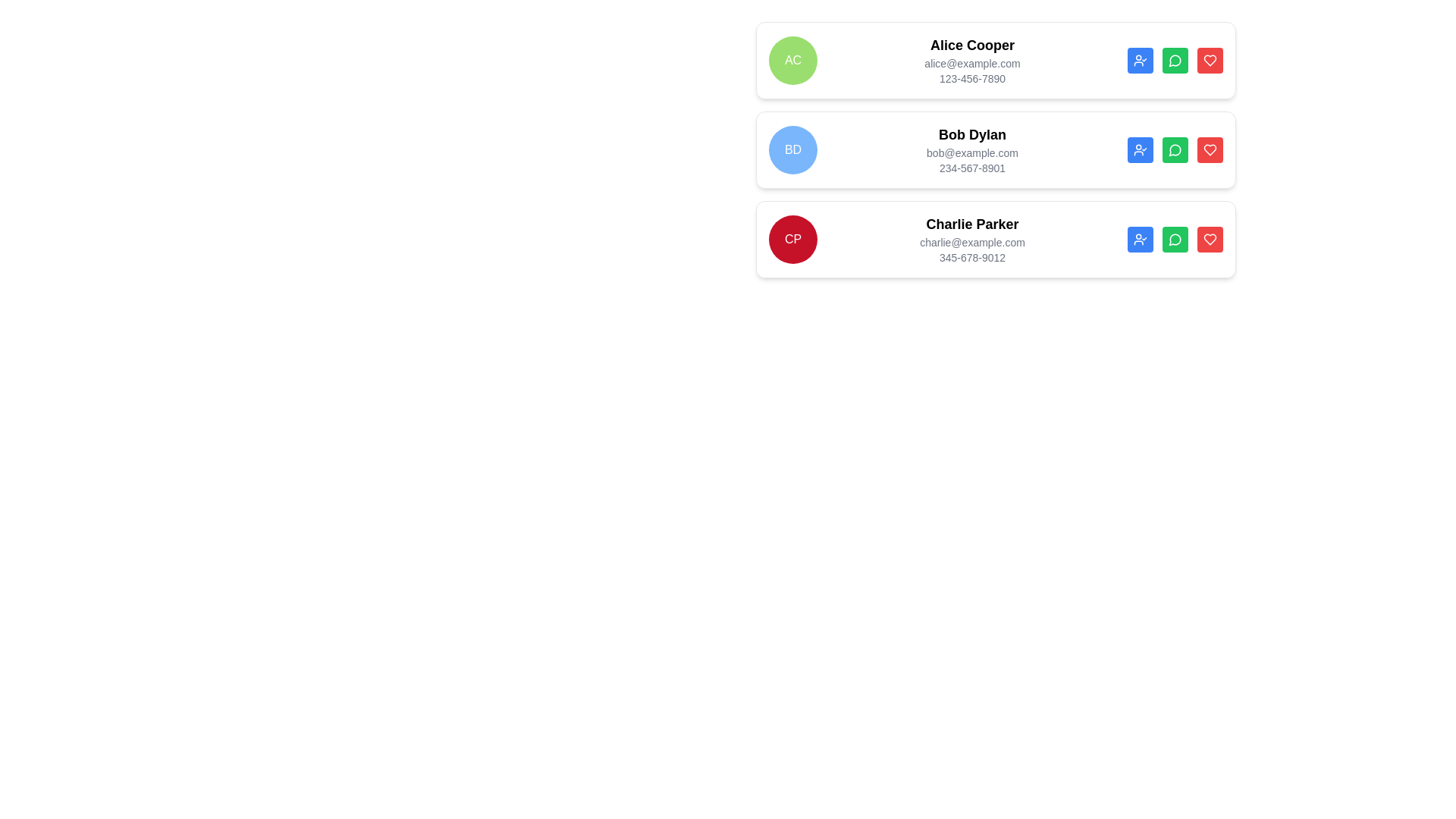  Describe the element at coordinates (972, 133) in the screenshot. I see `the text label 'Bob Dylan' which is styled in bold, black text at the top of a segmented card containing related information` at that location.